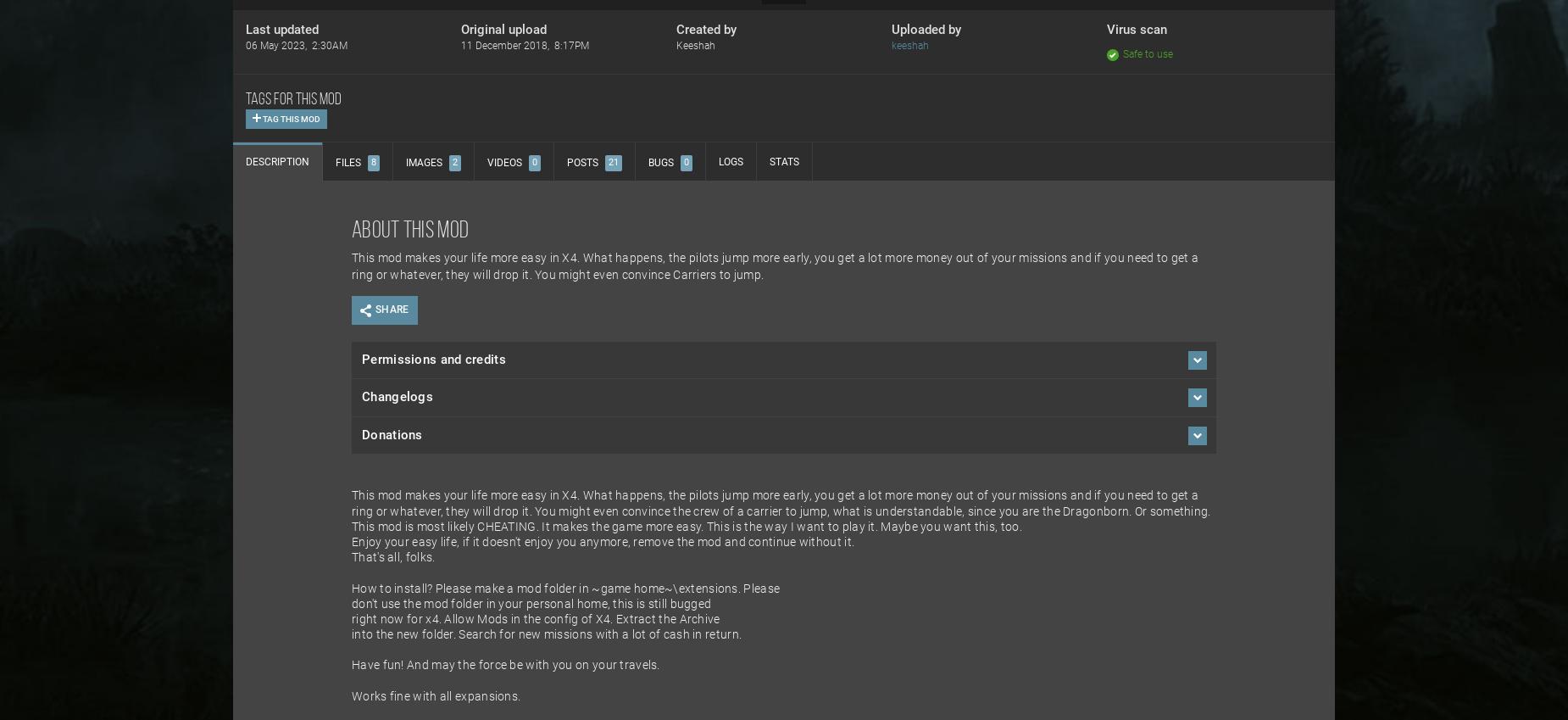 This screenshot has width=1568, height=720. Describe the element at coordinates (289, 118) in the screenshot. I see `'Tag this mod'` at that location.